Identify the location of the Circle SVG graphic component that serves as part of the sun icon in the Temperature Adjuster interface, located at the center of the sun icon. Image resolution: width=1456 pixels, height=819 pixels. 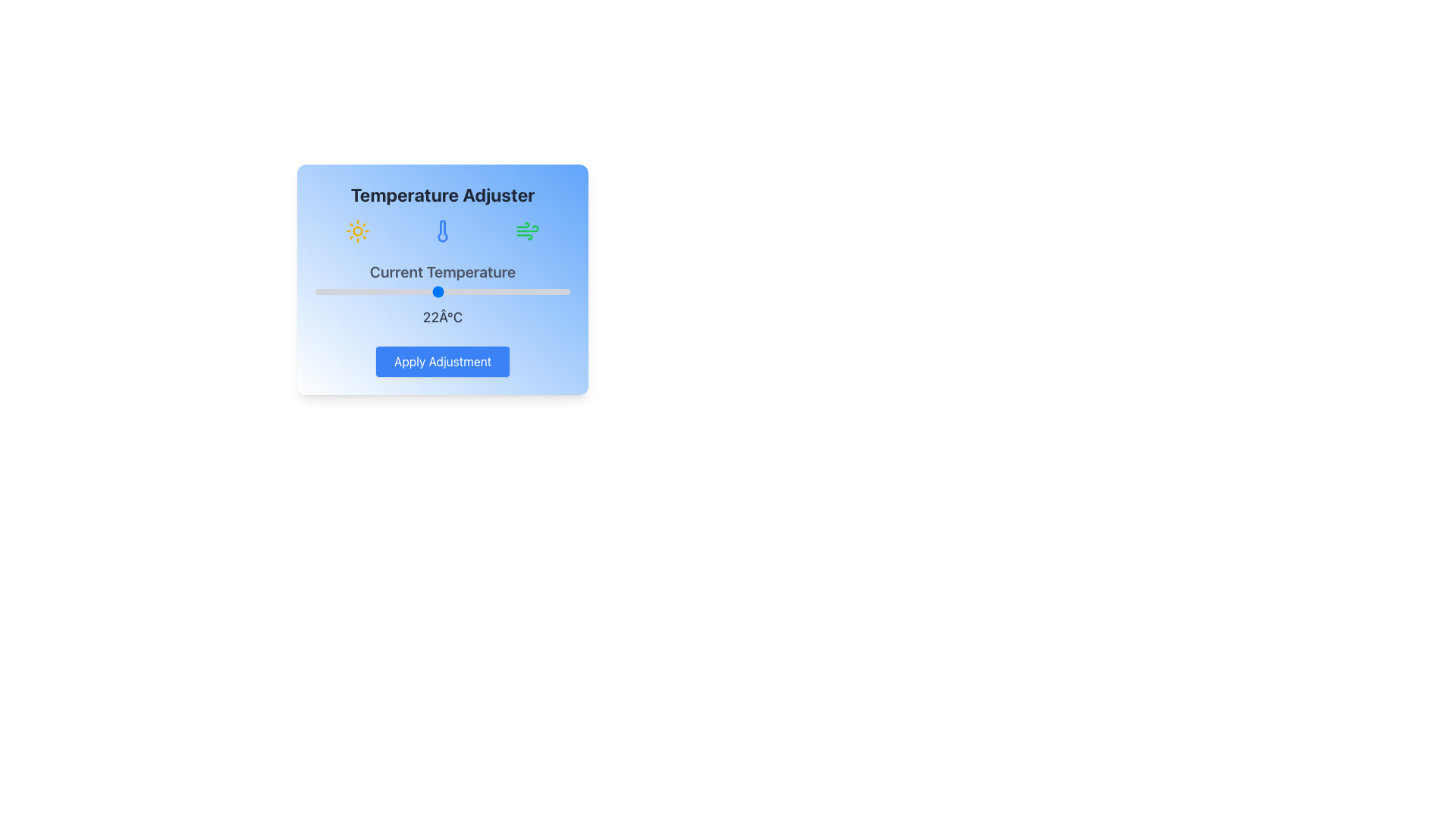
(356, 231).